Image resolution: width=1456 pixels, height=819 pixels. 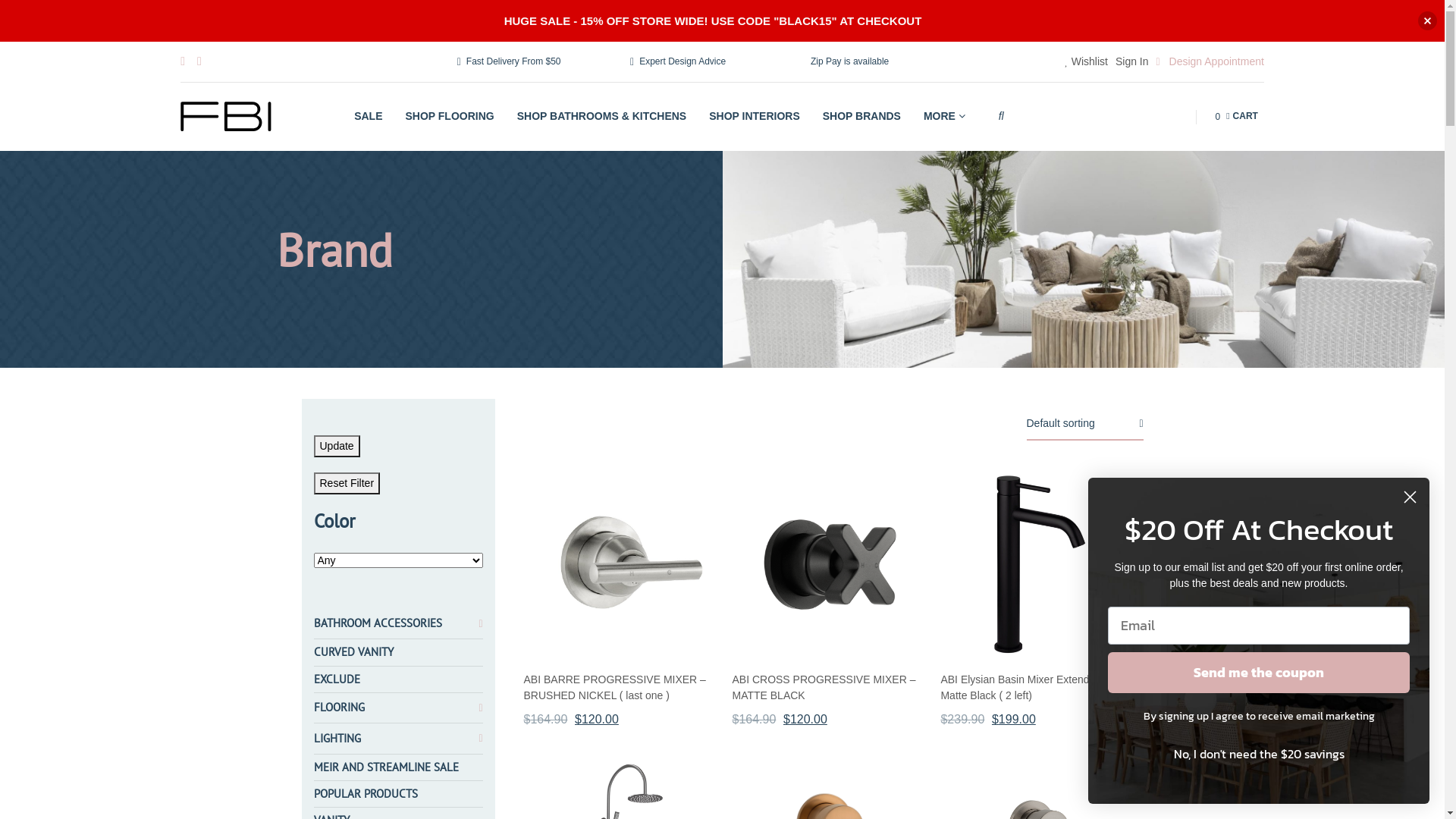 What do you see at coordinates (346, 483) in the screenshot?
I see `'Reset Filter'` at bounding box center [346, 483].